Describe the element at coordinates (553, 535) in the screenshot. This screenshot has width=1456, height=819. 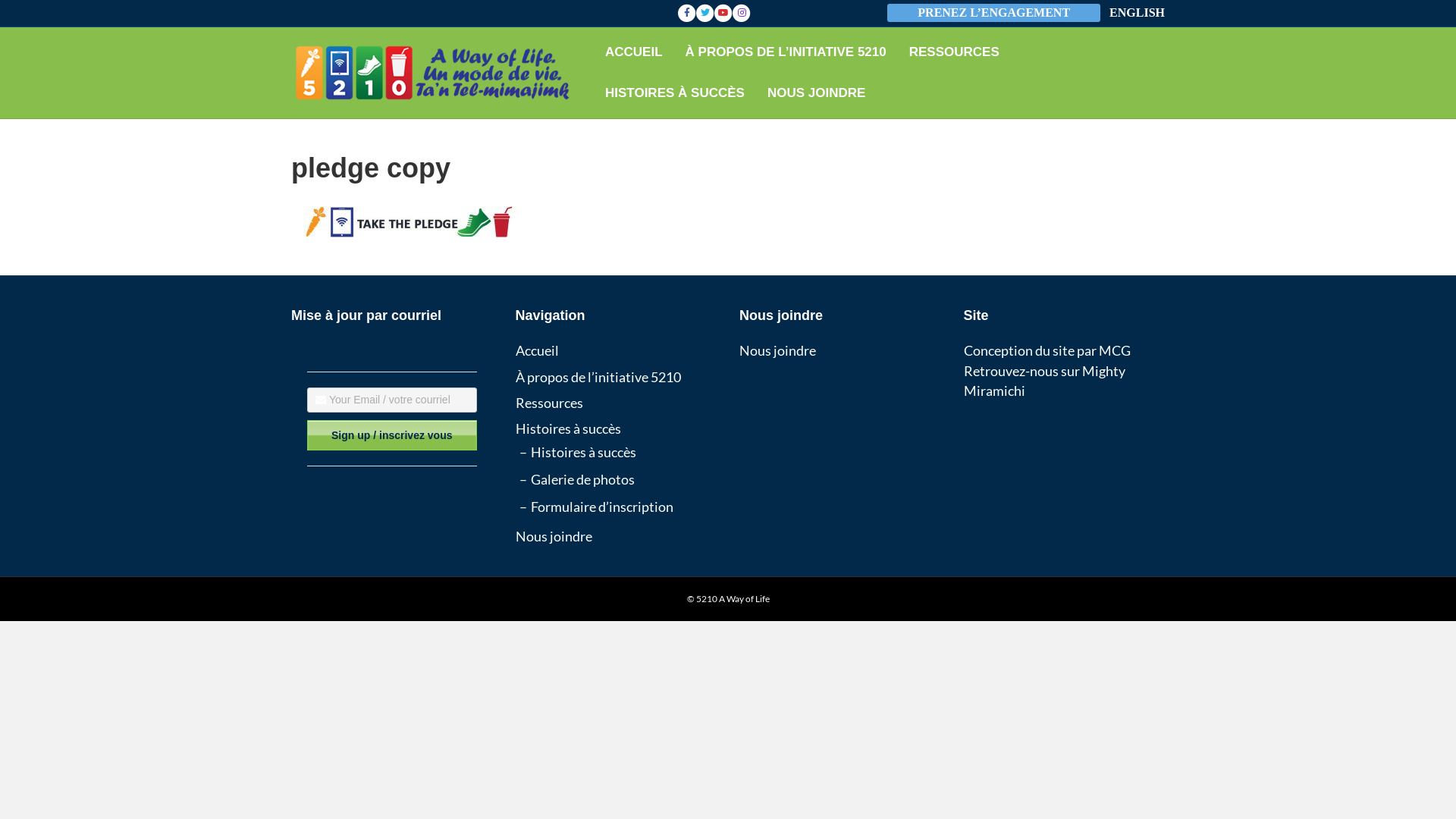
I see `'Nous joindre'` at that location.